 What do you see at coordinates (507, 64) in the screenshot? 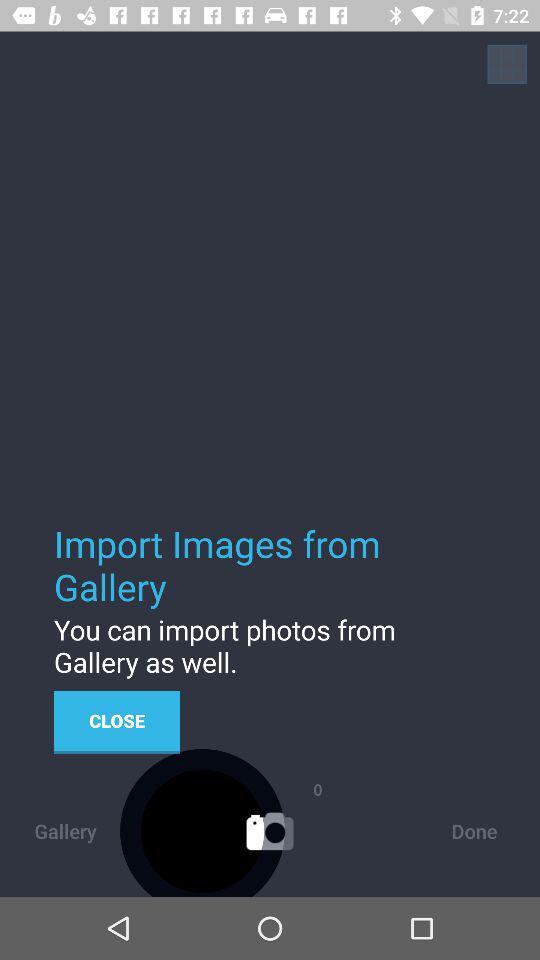
I see `open the menu` at bounding box center [507, 64].